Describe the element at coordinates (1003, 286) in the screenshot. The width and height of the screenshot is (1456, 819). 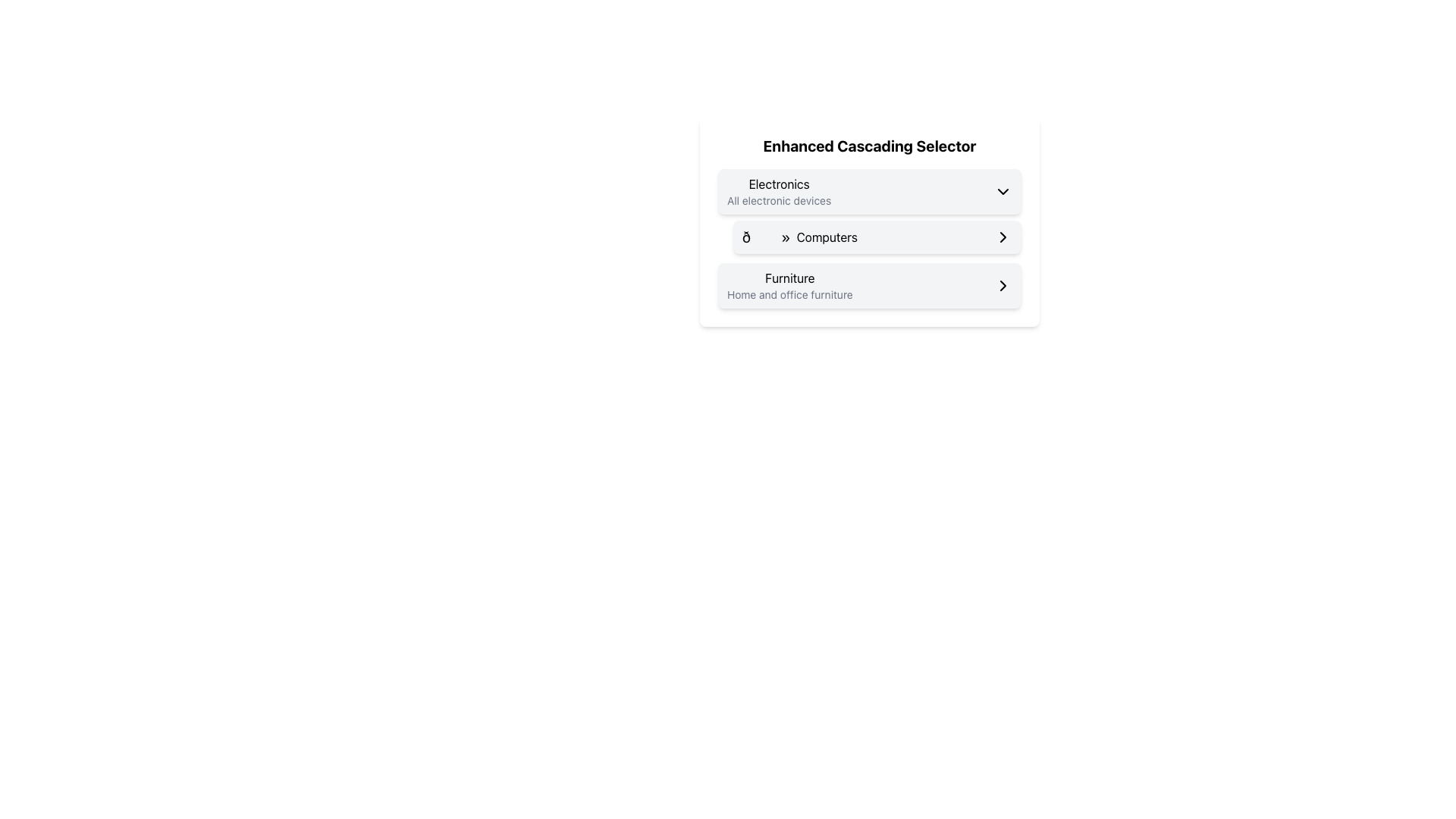
I see `the right chevron icon indicating navigation for the 'Furniture' option` at that location.